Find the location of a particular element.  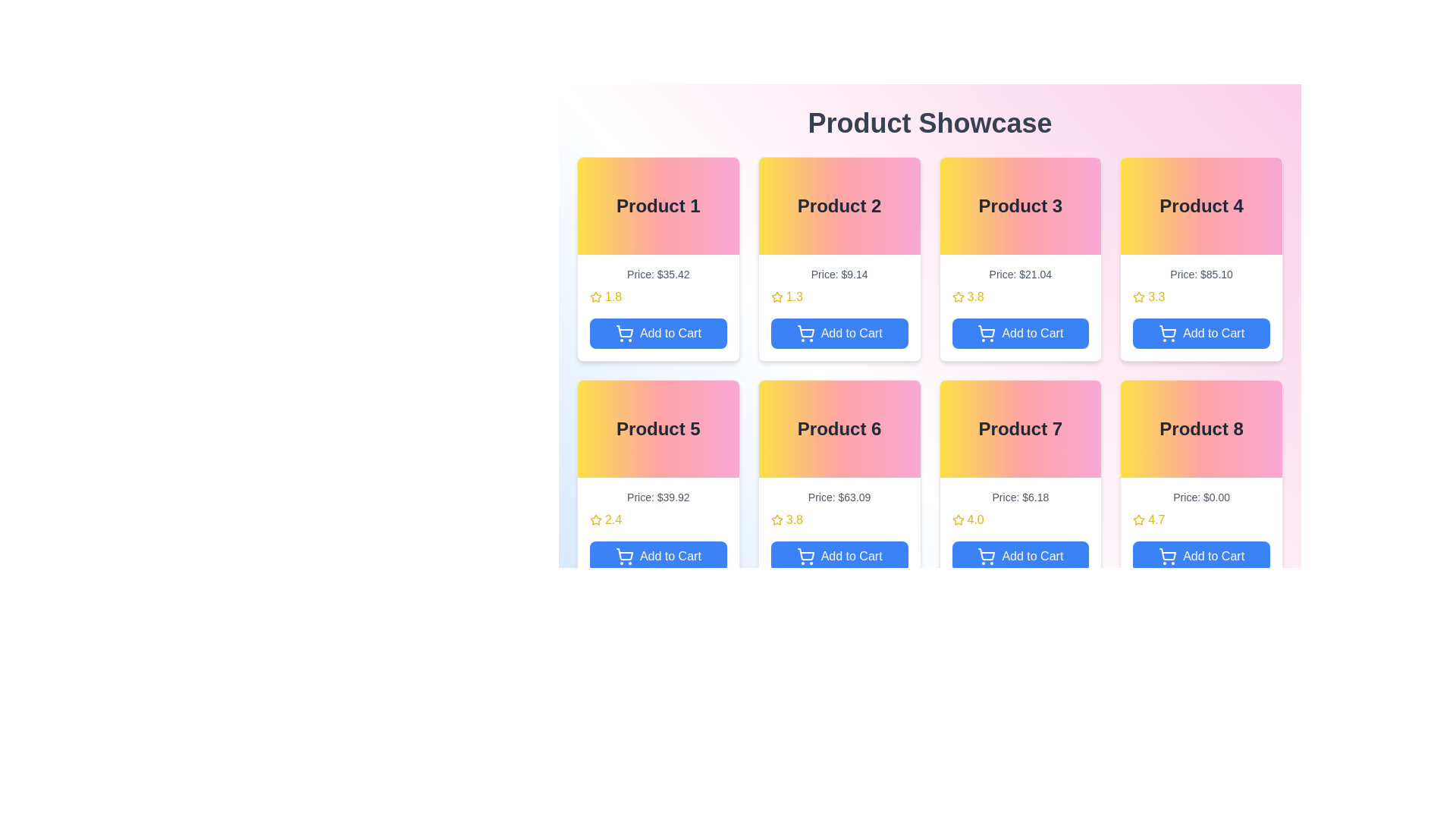

the bold text label stating 'Product 1' which is centrally positioned in the first card of the 'Product Showcase' section is located at coordinates (658, 206).